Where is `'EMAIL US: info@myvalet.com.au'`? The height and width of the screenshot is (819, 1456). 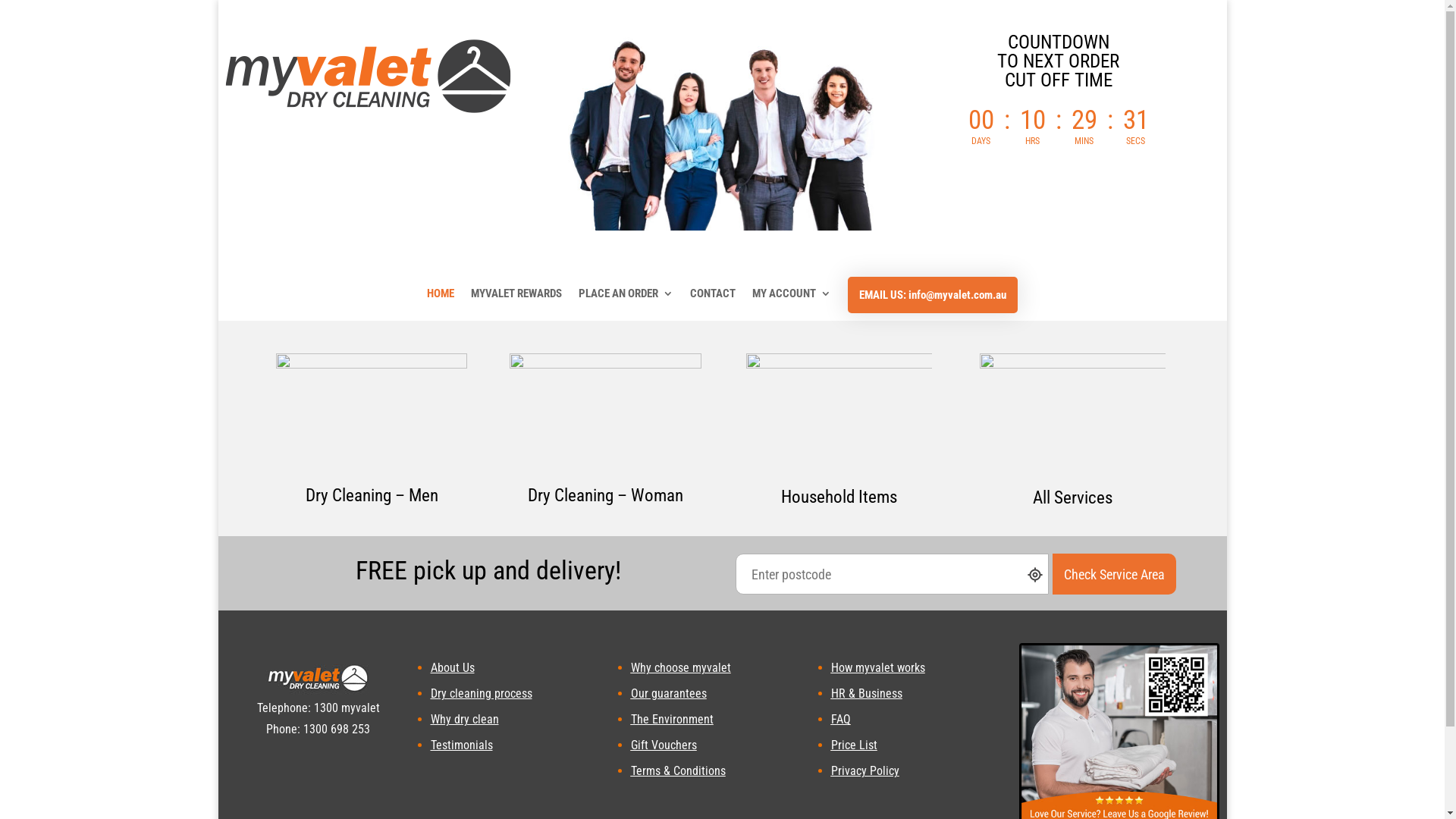 'EMAIL US: info@myvalet.com.au' is located at coordinates (931, 294).